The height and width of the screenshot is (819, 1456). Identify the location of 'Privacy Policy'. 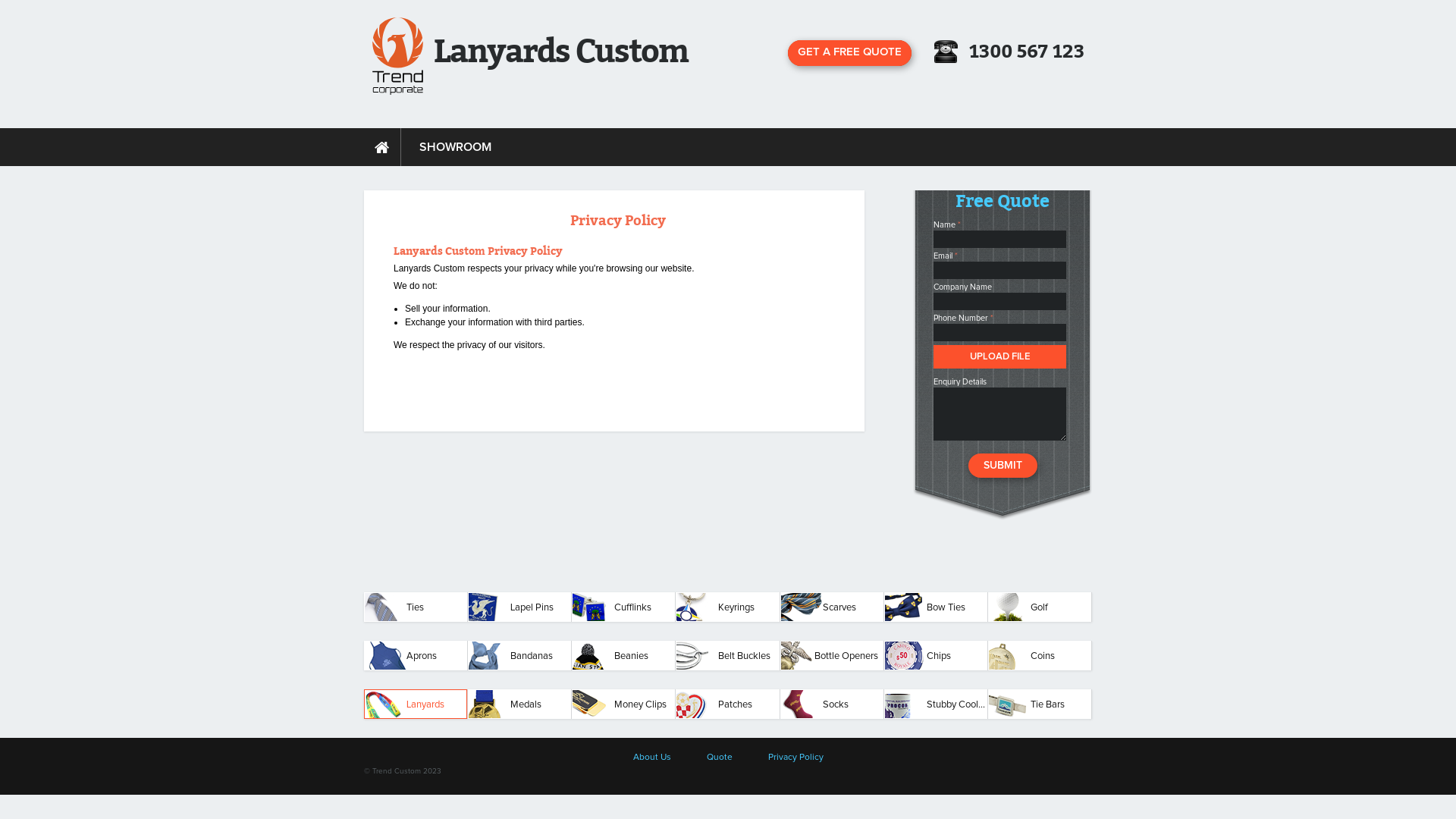
(794, 758).